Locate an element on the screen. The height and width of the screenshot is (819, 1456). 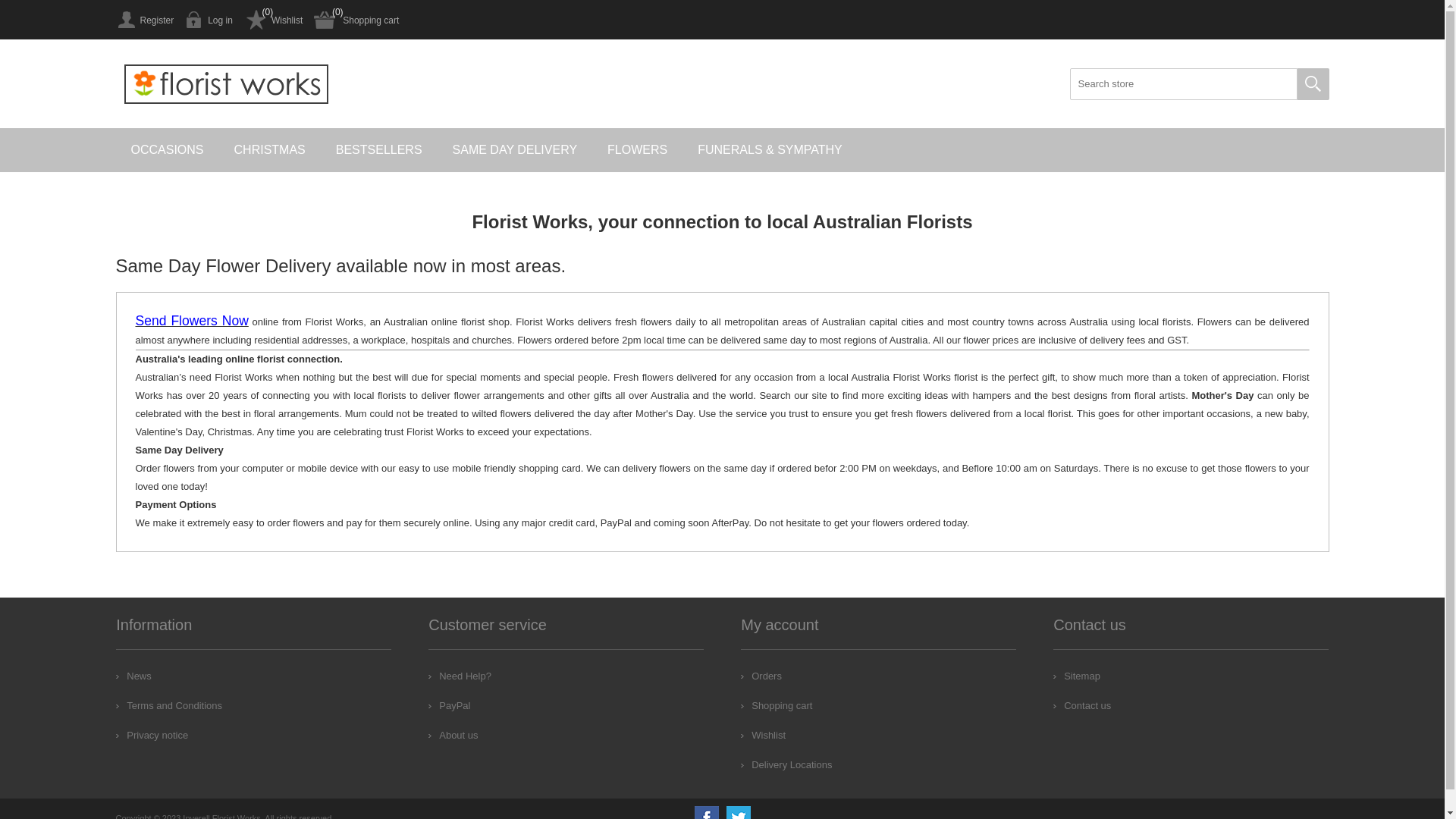
'Search' is located at coordinates (1312, 84).